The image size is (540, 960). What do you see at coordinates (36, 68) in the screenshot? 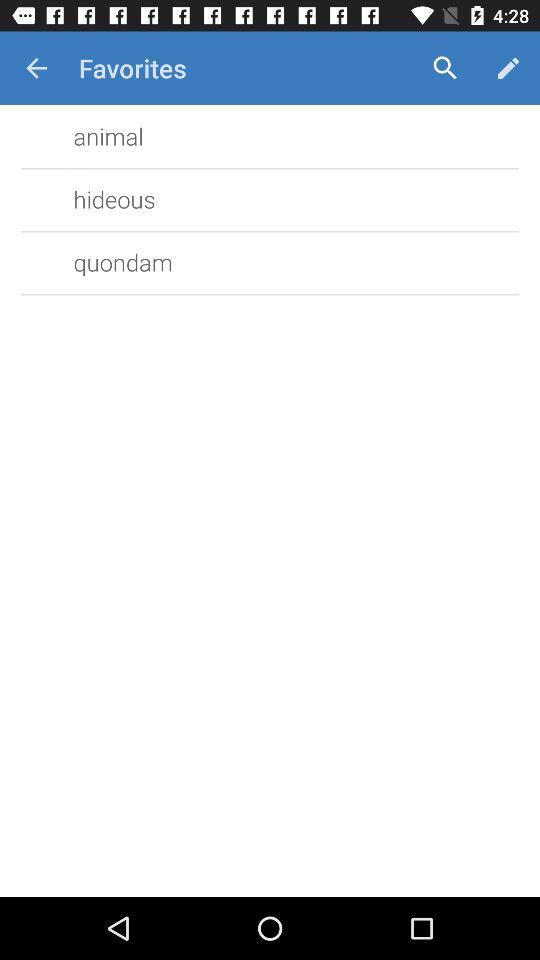
I see `icon above animal icon` at bounding box center [36, 68].